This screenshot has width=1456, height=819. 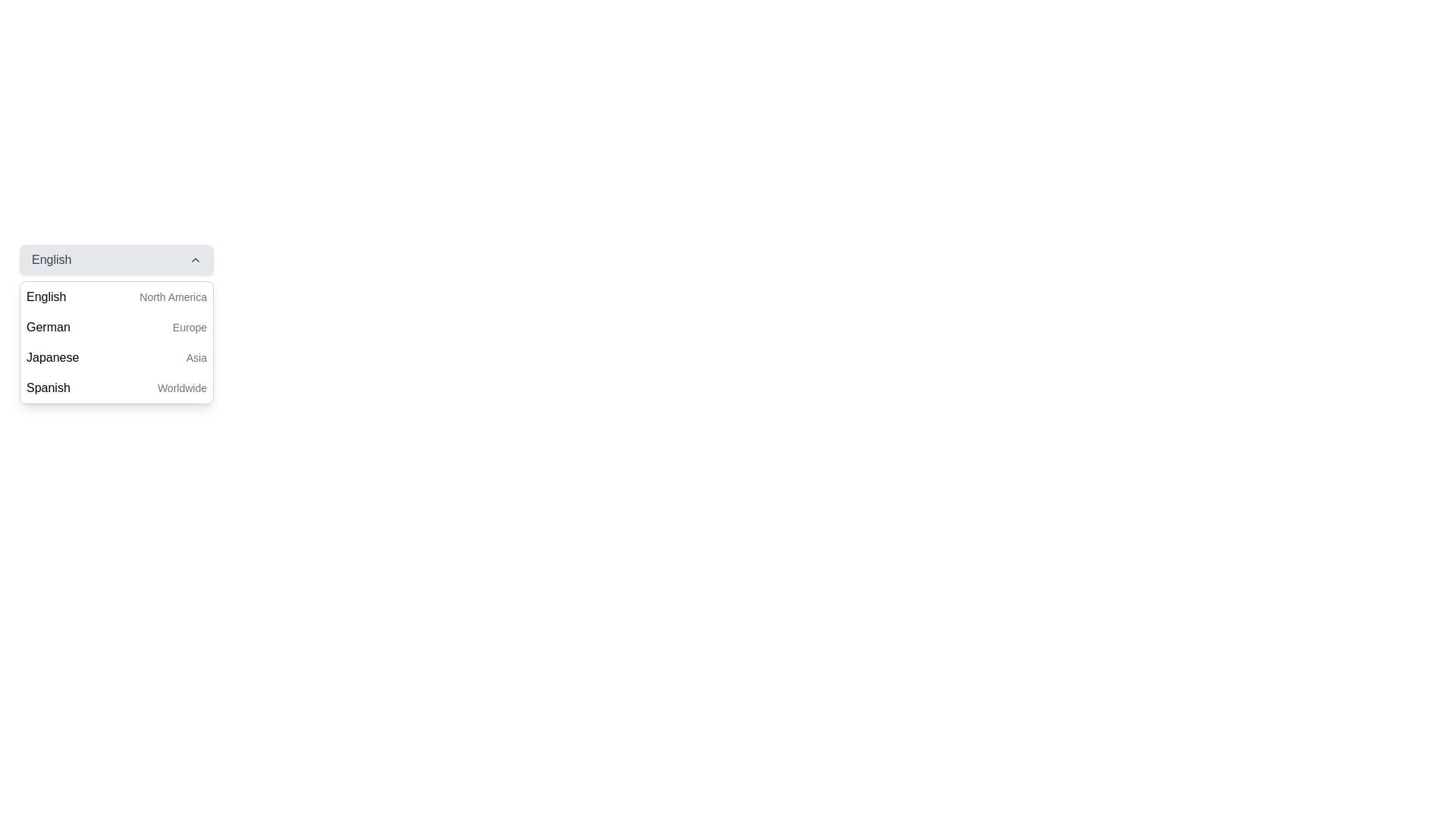 I want to click on the first list item in the dropdown menu displaying 'English' and 'North America', so click(x=115, y=297).